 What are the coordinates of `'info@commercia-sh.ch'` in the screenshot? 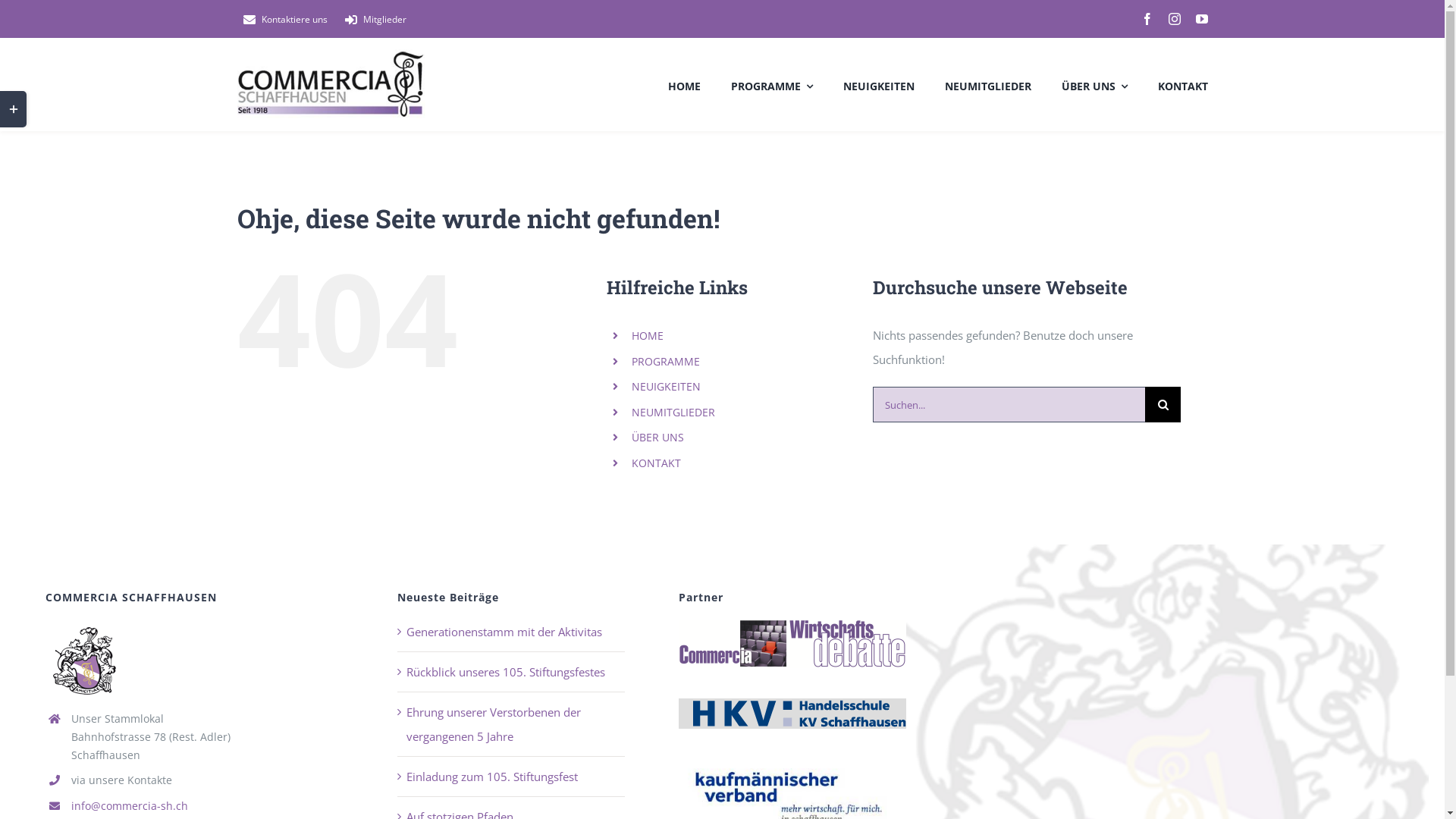 It's located at (130, 805).